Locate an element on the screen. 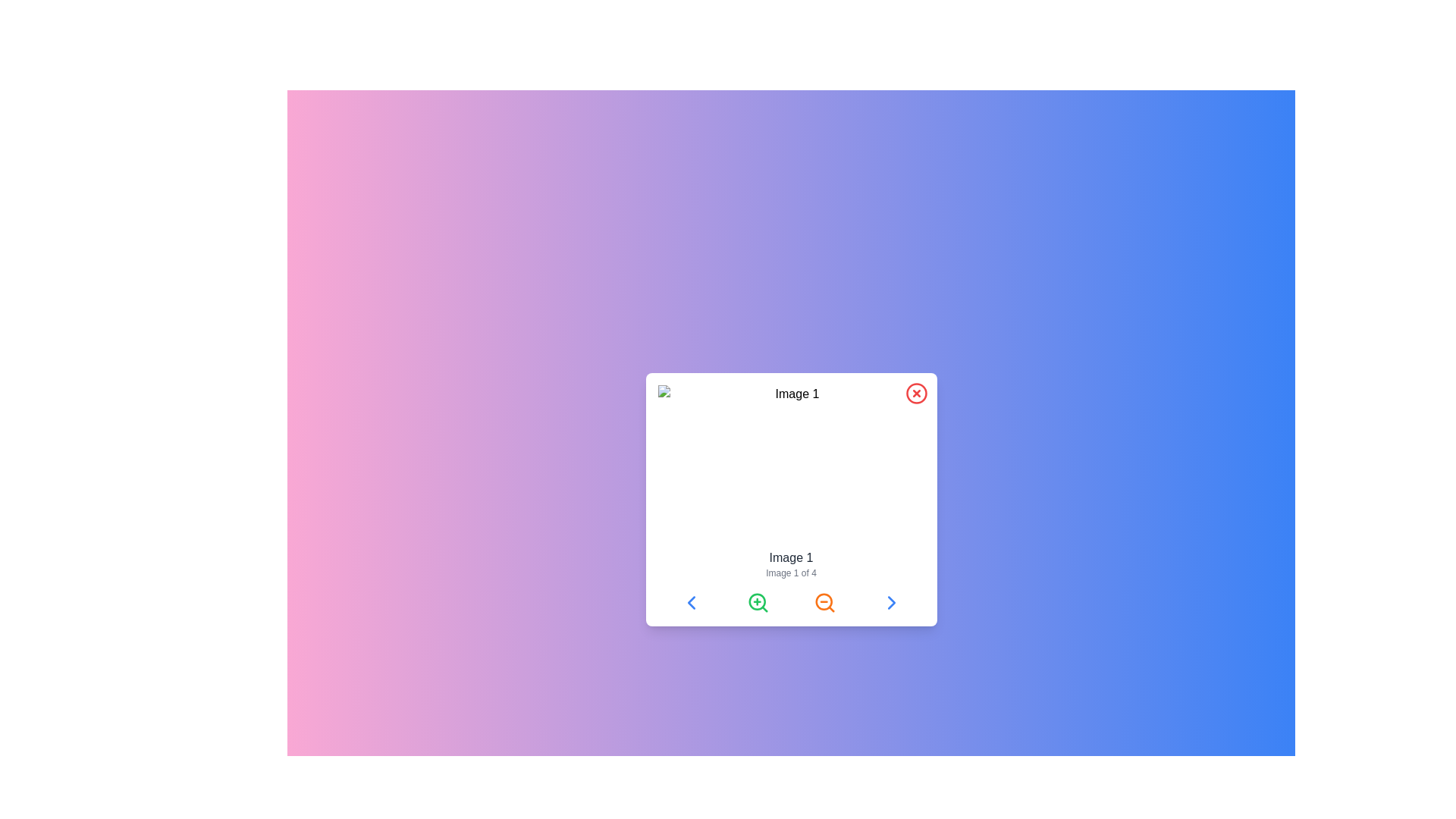 The image size is (1456, 819). the thin-ringed circle graphic that represents the lens outline of the 'zoom-out' icon on the modal window interface is located at coordinates (823, 601).